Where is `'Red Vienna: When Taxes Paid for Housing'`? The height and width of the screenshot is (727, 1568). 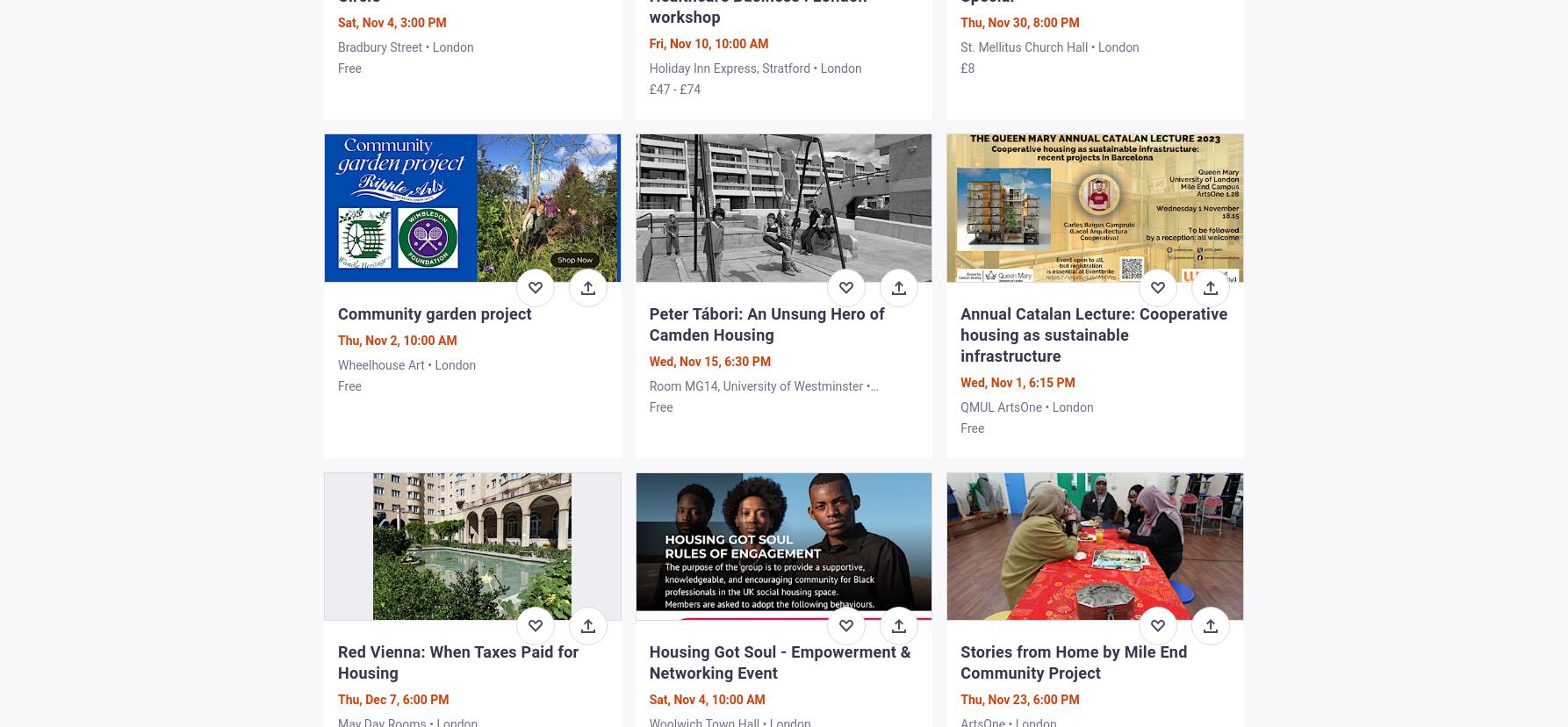 'Red Vienna: When Taxes Paid for Housing' is located at coordinates (457, 660).